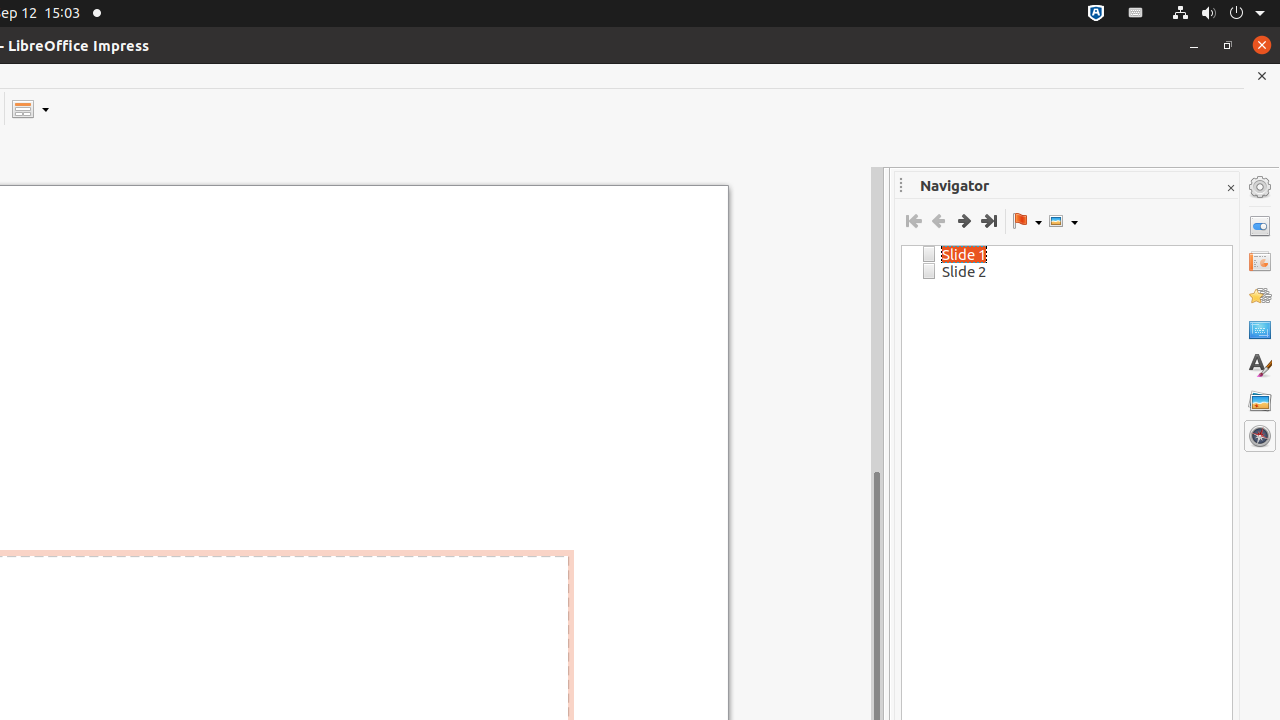 This screenshot has height=720, width=1280. I want to click on 'Animation', so click(1259, 295).